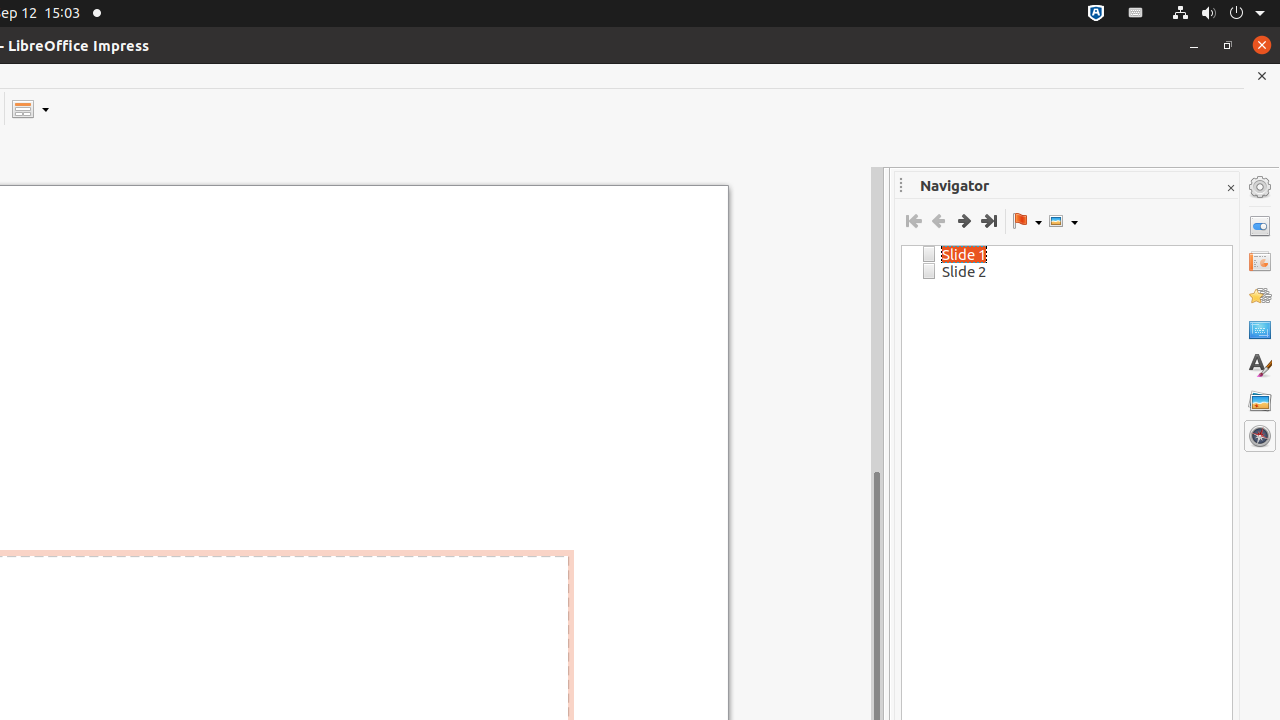 This screenshot has height=720, width=1280. I want to click on 'Animation', so click(1259, 295).